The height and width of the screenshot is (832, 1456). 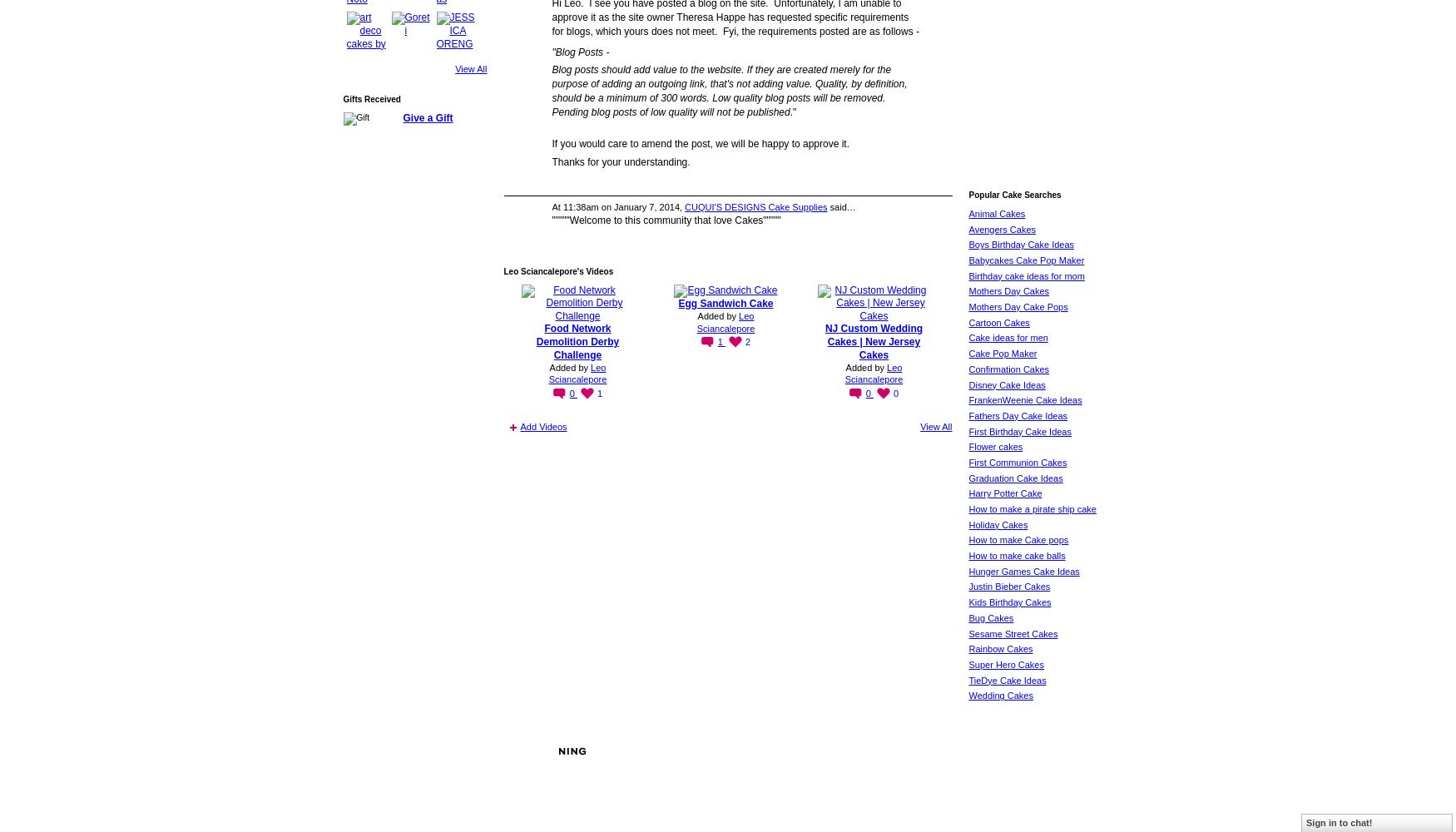 What do you see at coordinates (1002, 229) in the screenshot?
I see `'Avengers Cakes'` at bounding box center [1002, 229].